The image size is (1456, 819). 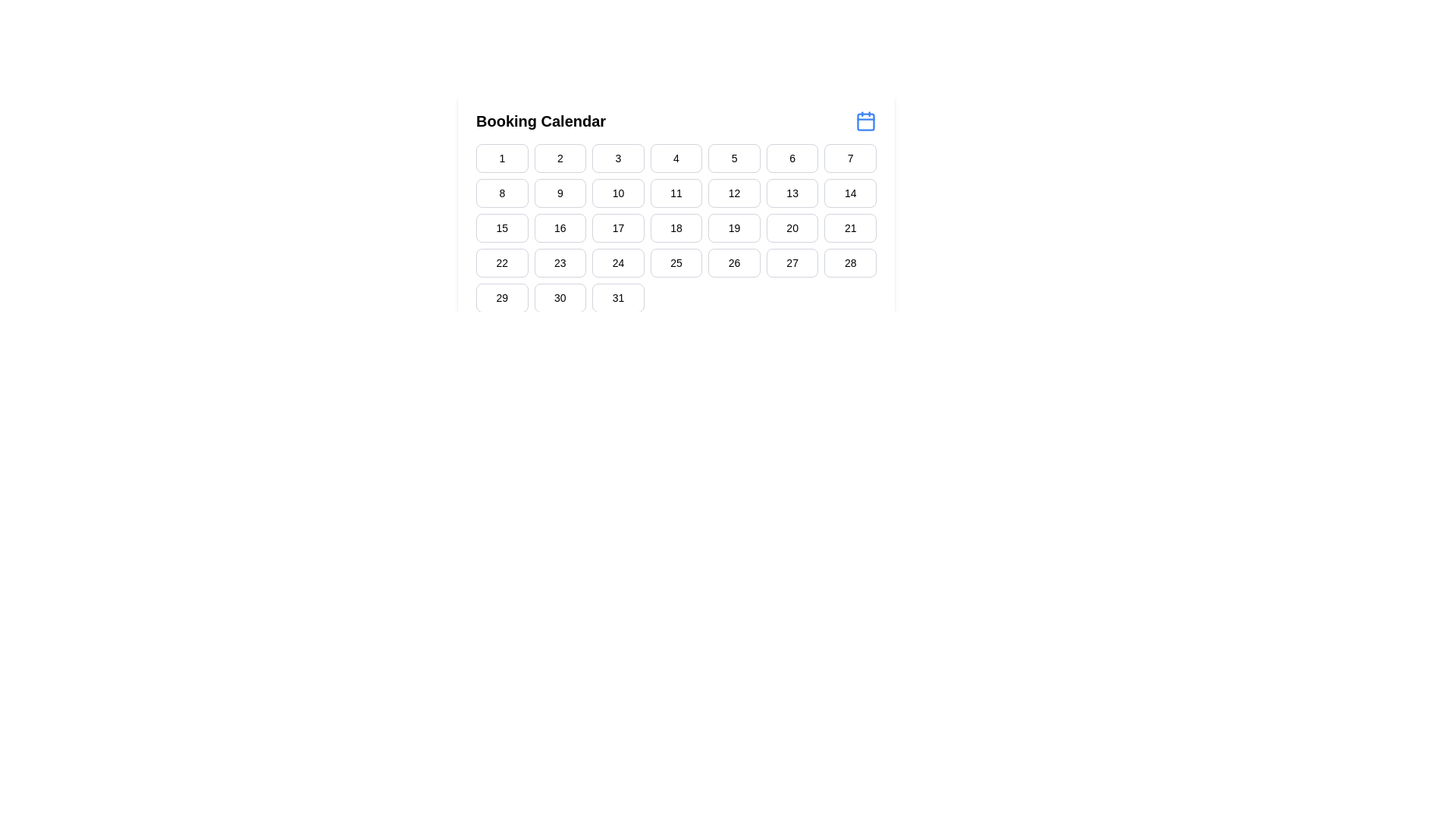 I want to click on the button representing the 21st day in the calendar interface to trigger the hover effect, so click(x=850, y=227).